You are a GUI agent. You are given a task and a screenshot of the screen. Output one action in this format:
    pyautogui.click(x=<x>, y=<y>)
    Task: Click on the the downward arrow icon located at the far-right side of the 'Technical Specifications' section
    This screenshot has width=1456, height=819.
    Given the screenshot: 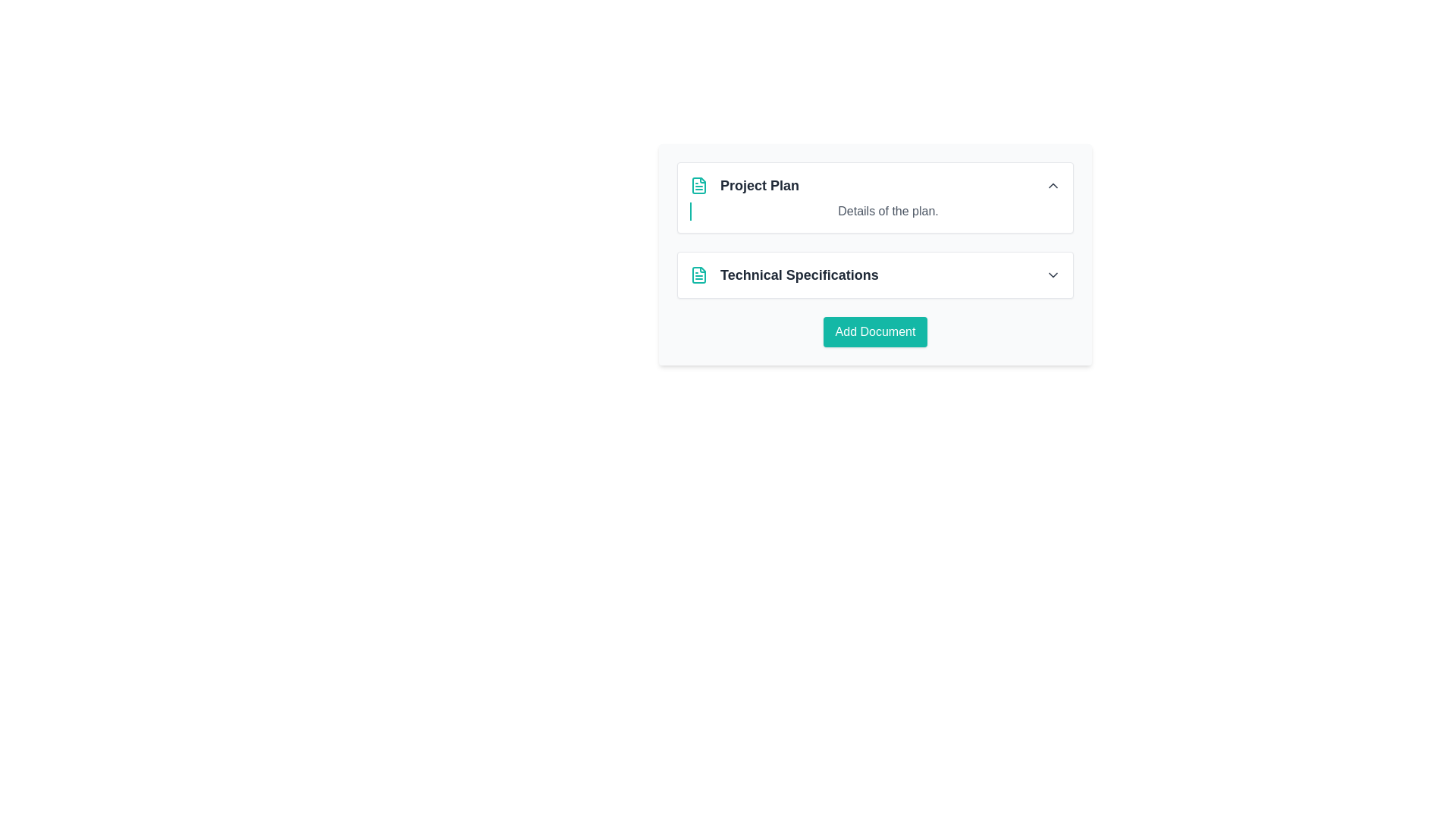 What is the action you would take?
    pyautogui.click(x=1052, y=275)
    